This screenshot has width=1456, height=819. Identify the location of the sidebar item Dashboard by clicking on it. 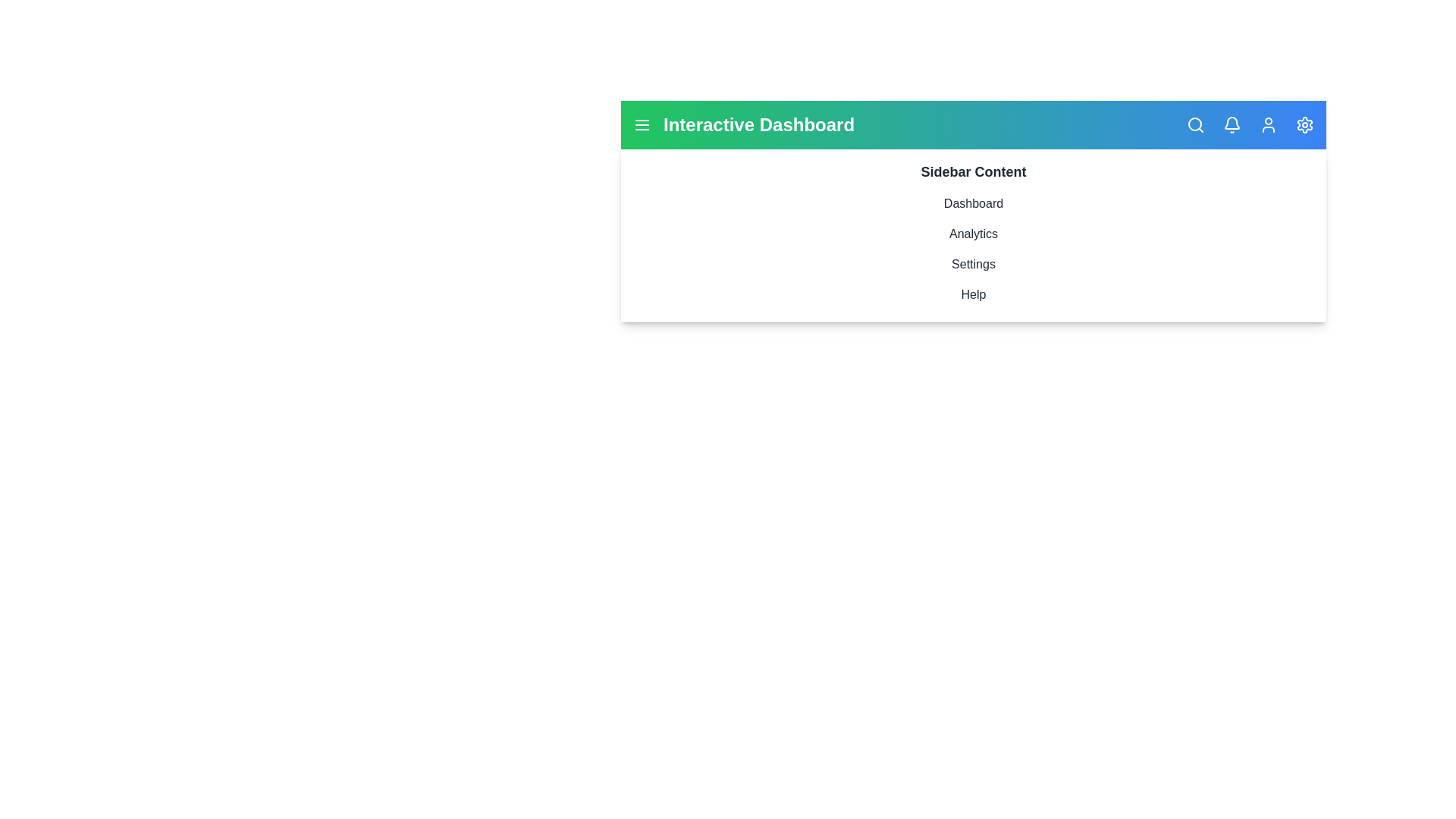
(973, 203).